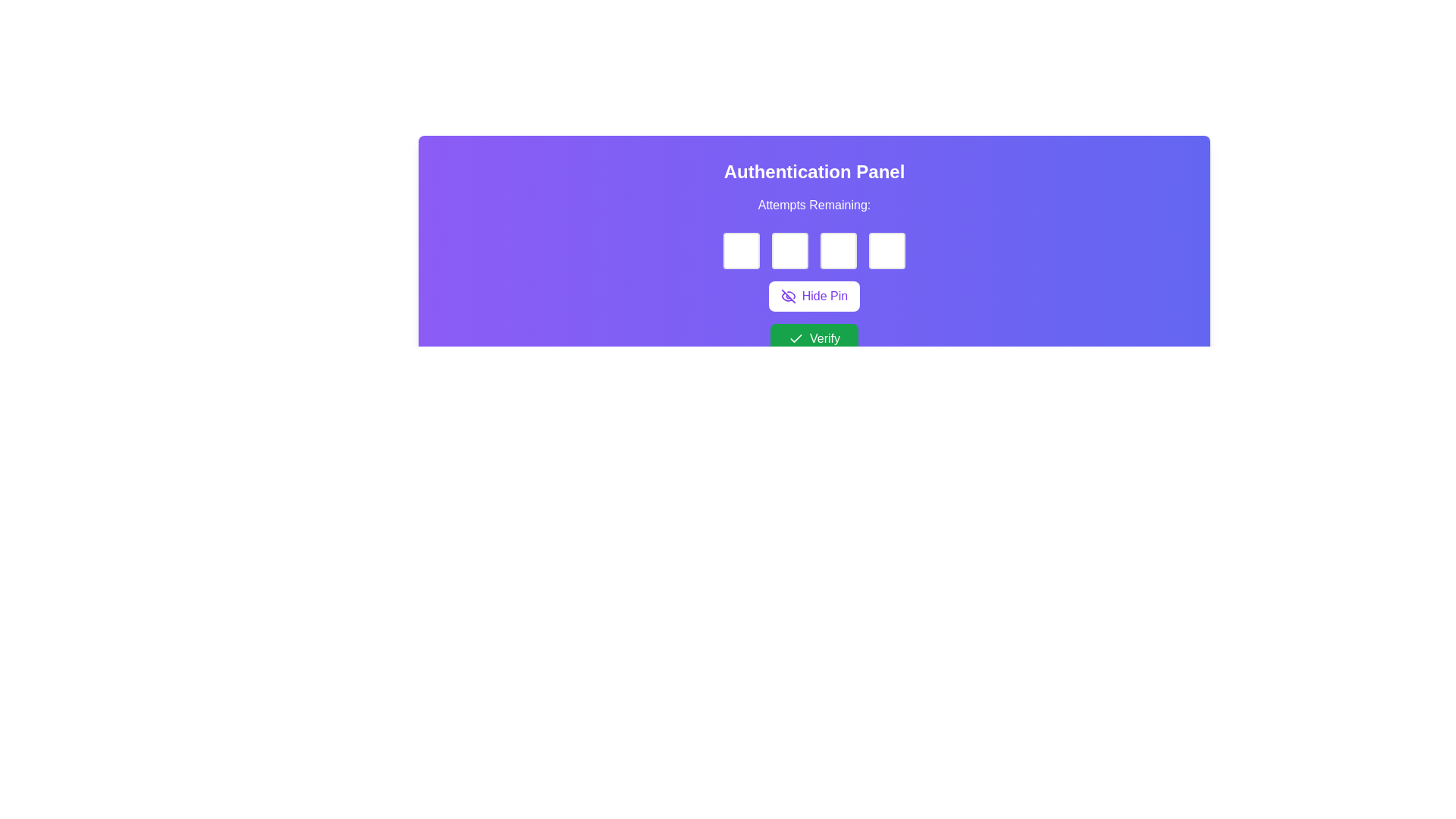 Image resolution: width=1456 pixels, height=819 pixels. I want to click on the verification button located in the 'Authentication Panel' section, positioned below the input fields and the 'Hide Pin' button, to observe the hover effect, so click(814, 338).